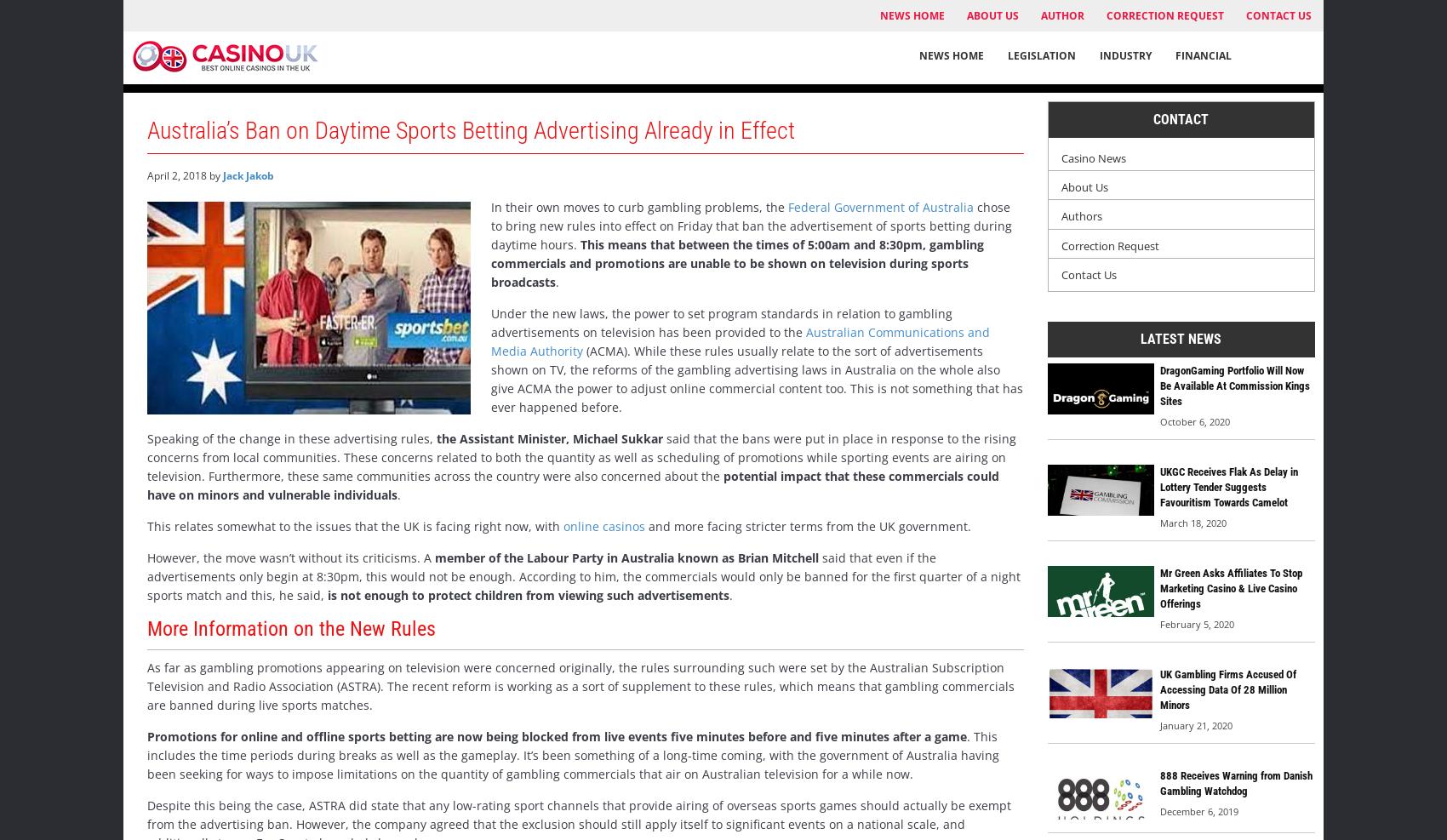 The image size is (1447, 840). Describe the element at coordinates (222, 174) in the screenshot. I see `'Jack Jakob'` at that location.